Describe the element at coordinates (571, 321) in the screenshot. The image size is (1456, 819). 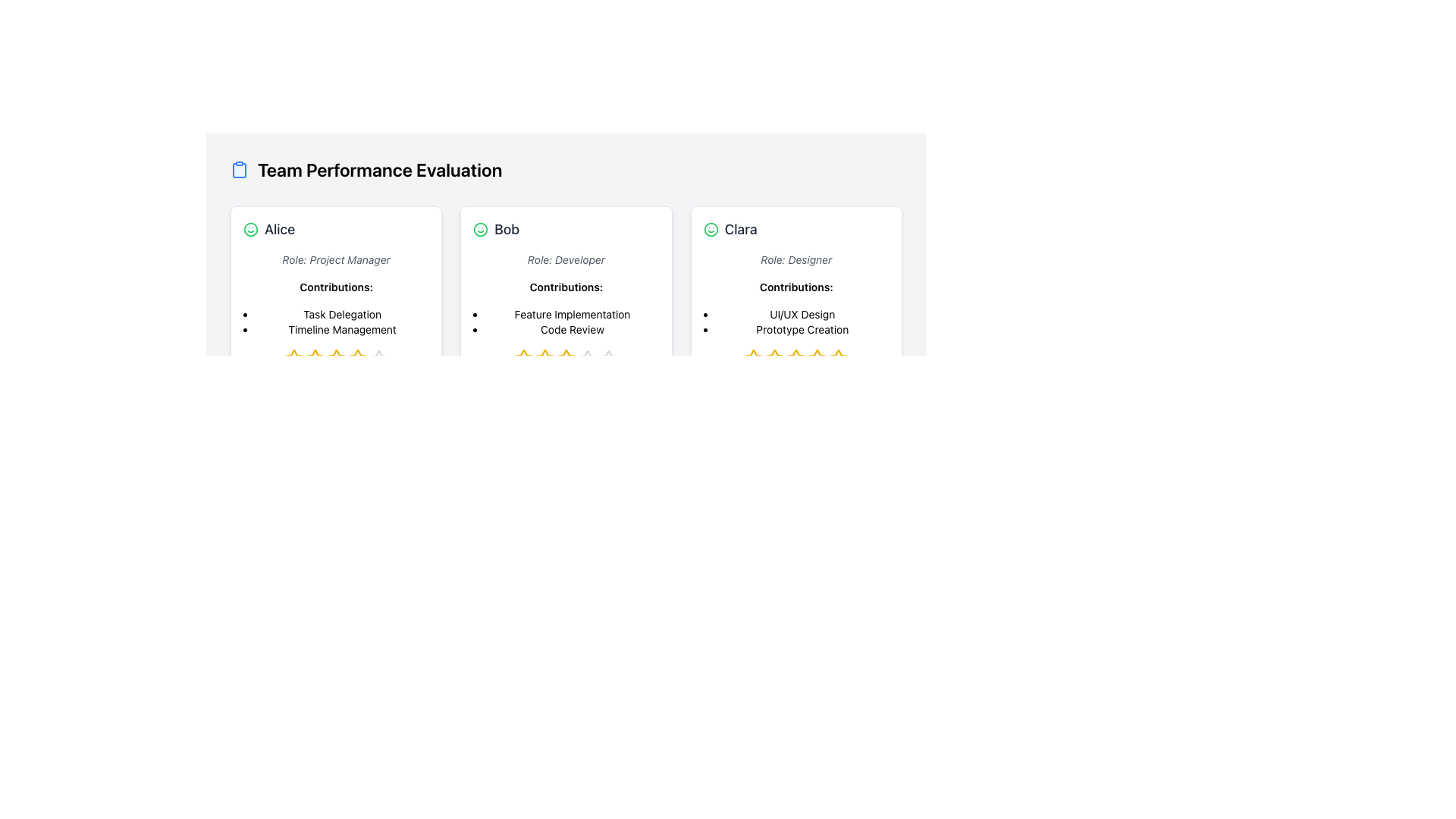
I see `the textual list item element that contains the lines 'Feature Implementation' and 'Code Review' within the card labeled 'Bob' and positioned under the 'Contributions:' heading` at that location.